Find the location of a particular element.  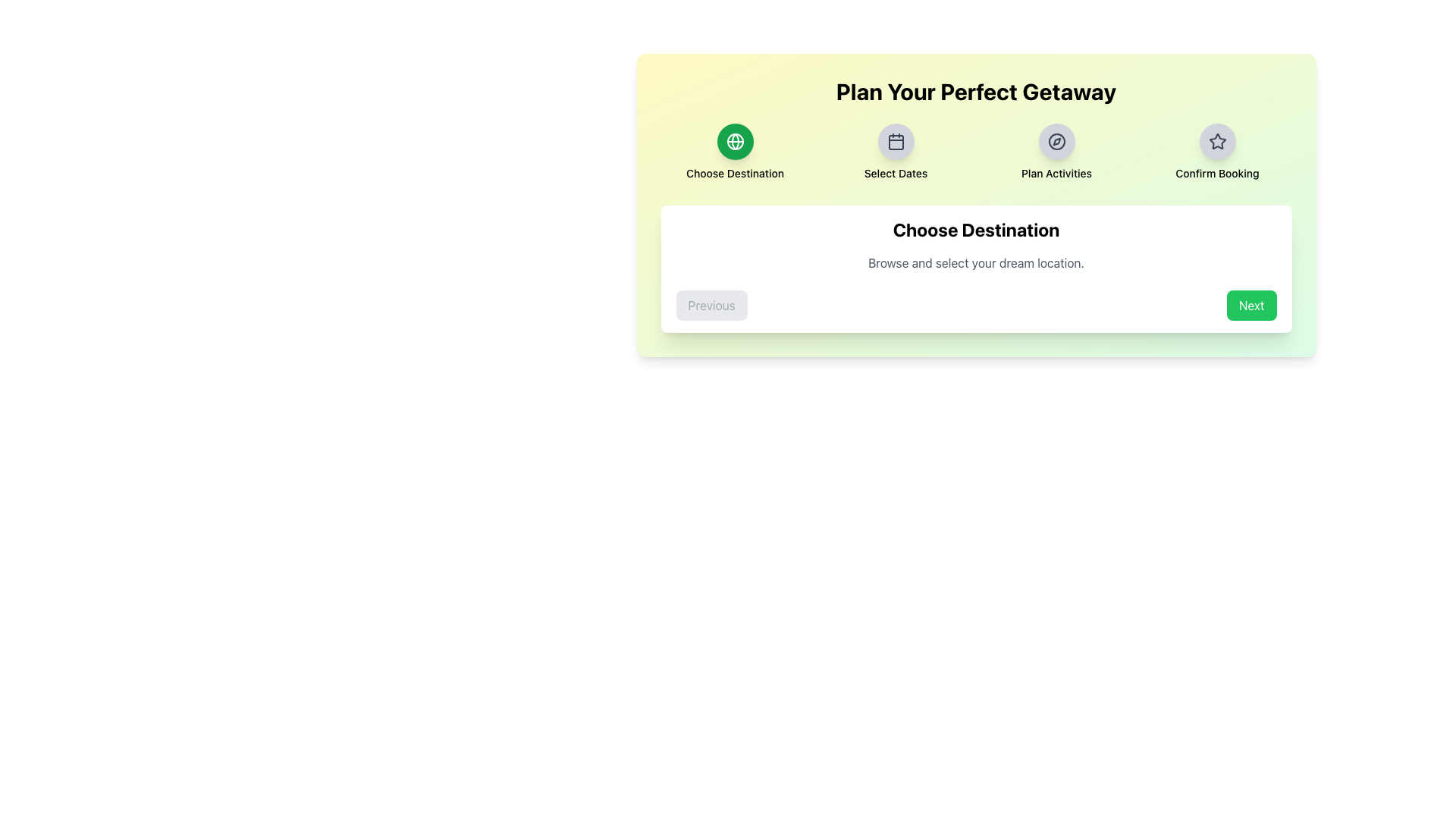

the 'Select Dates' button, which is the second section in the upper part of the interface, located between 'Choose Destination' and 'Plan Activities' is located at coordinates (896, 152).